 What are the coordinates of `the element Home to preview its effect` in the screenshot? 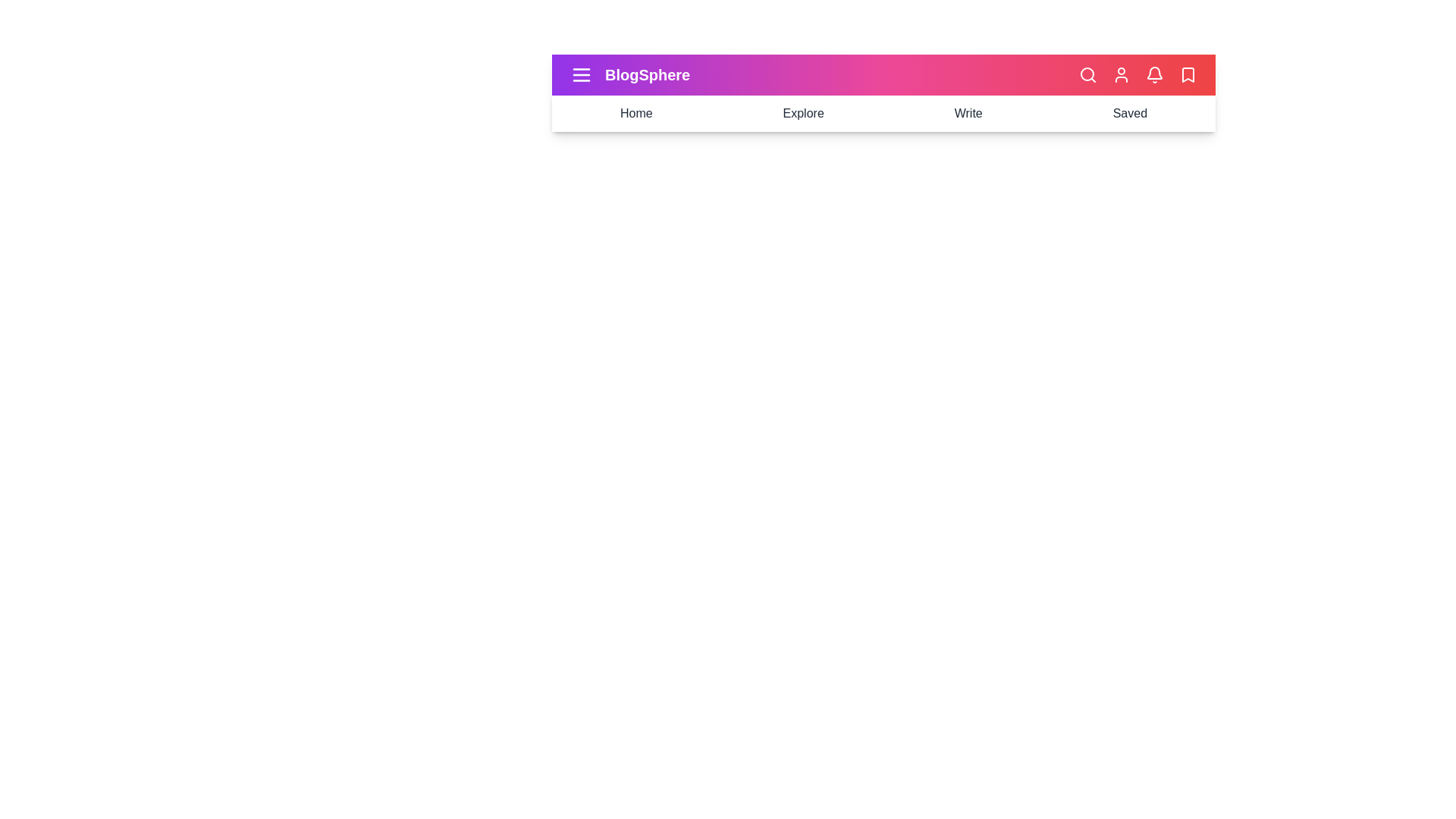 It's located at (636, 113).